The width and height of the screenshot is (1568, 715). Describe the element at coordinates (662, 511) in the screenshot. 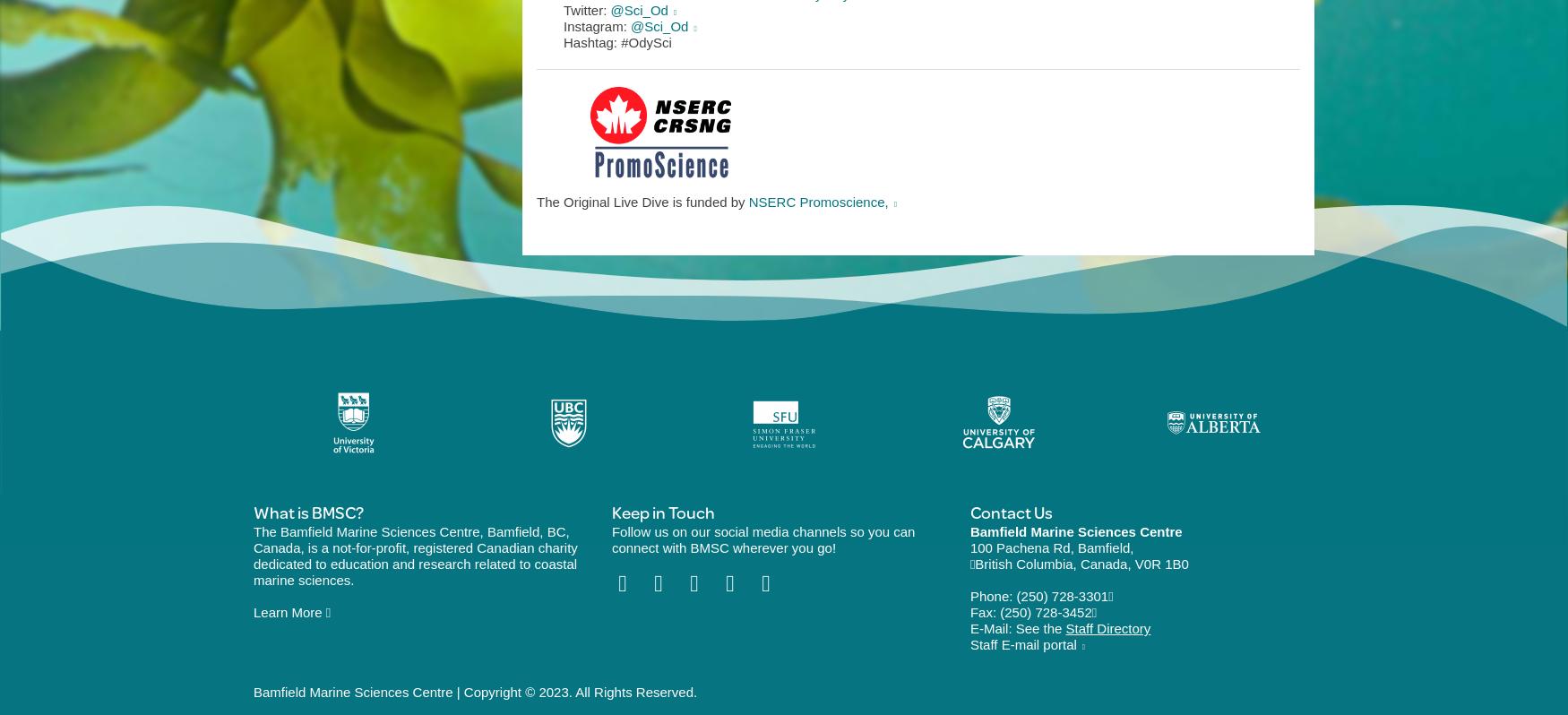

I see `'Keep in Touch'` at that location.